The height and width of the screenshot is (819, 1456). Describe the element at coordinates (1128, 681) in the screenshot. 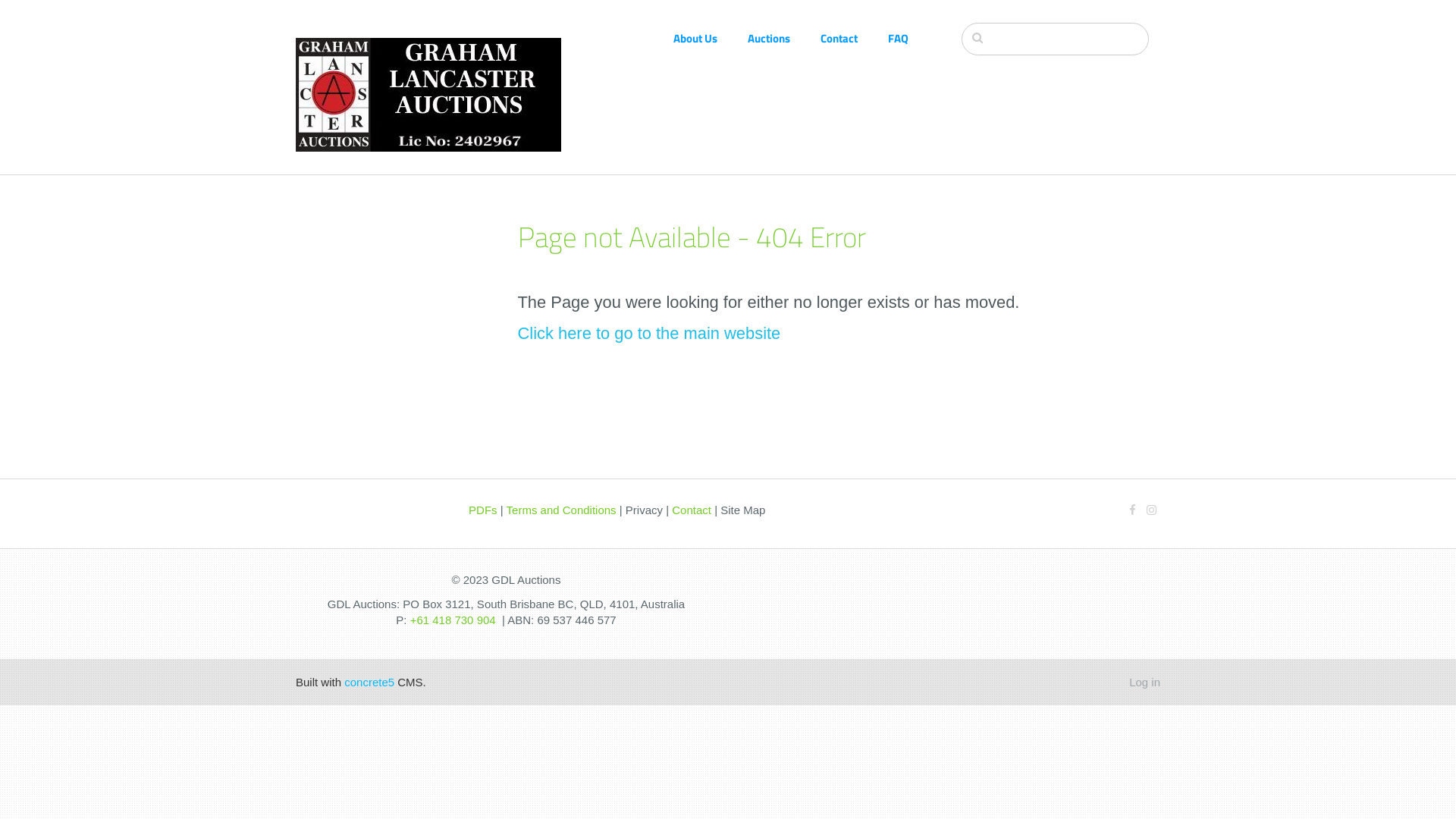

I see `'Log in'` at that location.